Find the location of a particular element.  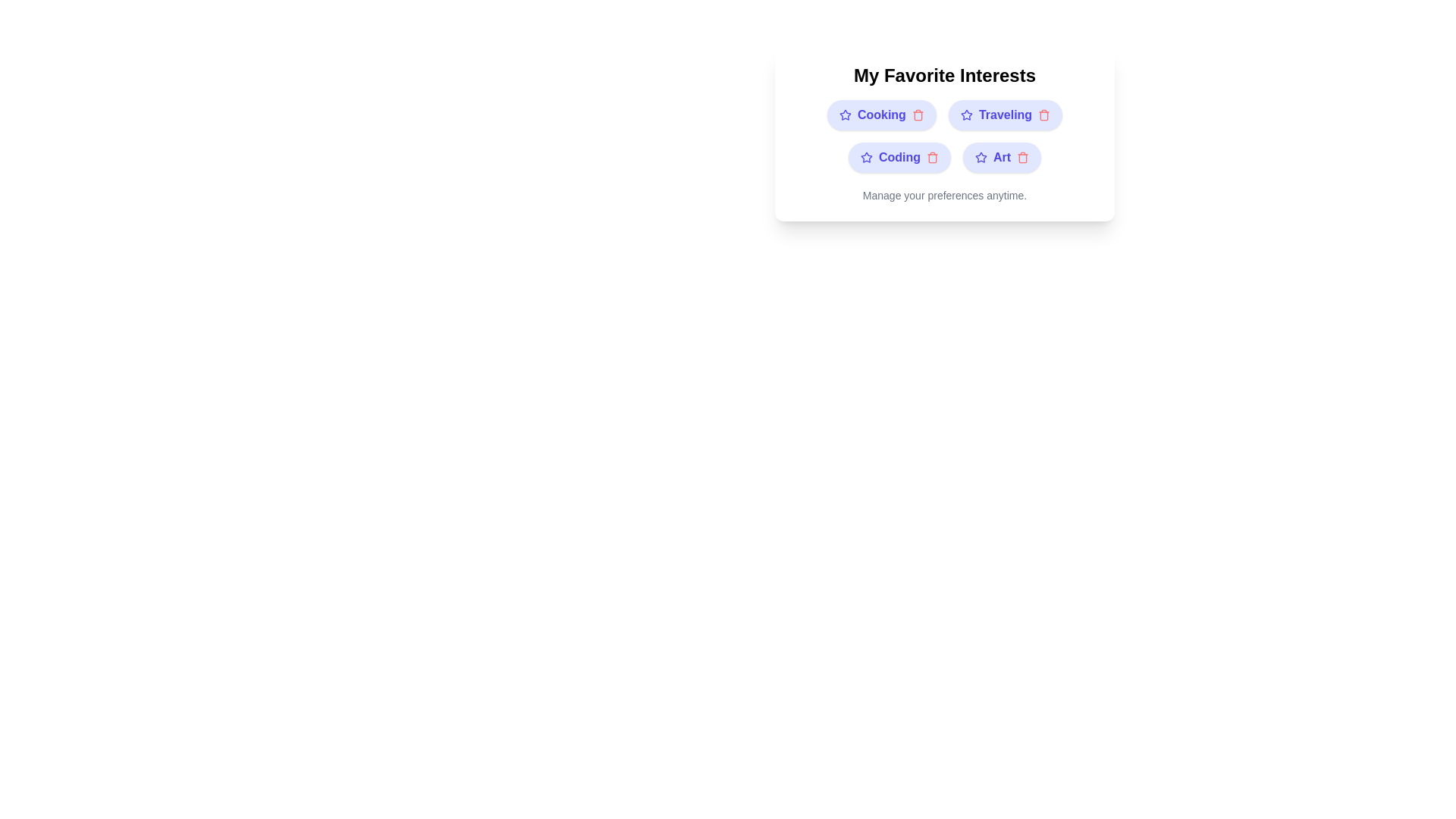

the star icon associated with the interest Art is located at coordinates (981, 158).